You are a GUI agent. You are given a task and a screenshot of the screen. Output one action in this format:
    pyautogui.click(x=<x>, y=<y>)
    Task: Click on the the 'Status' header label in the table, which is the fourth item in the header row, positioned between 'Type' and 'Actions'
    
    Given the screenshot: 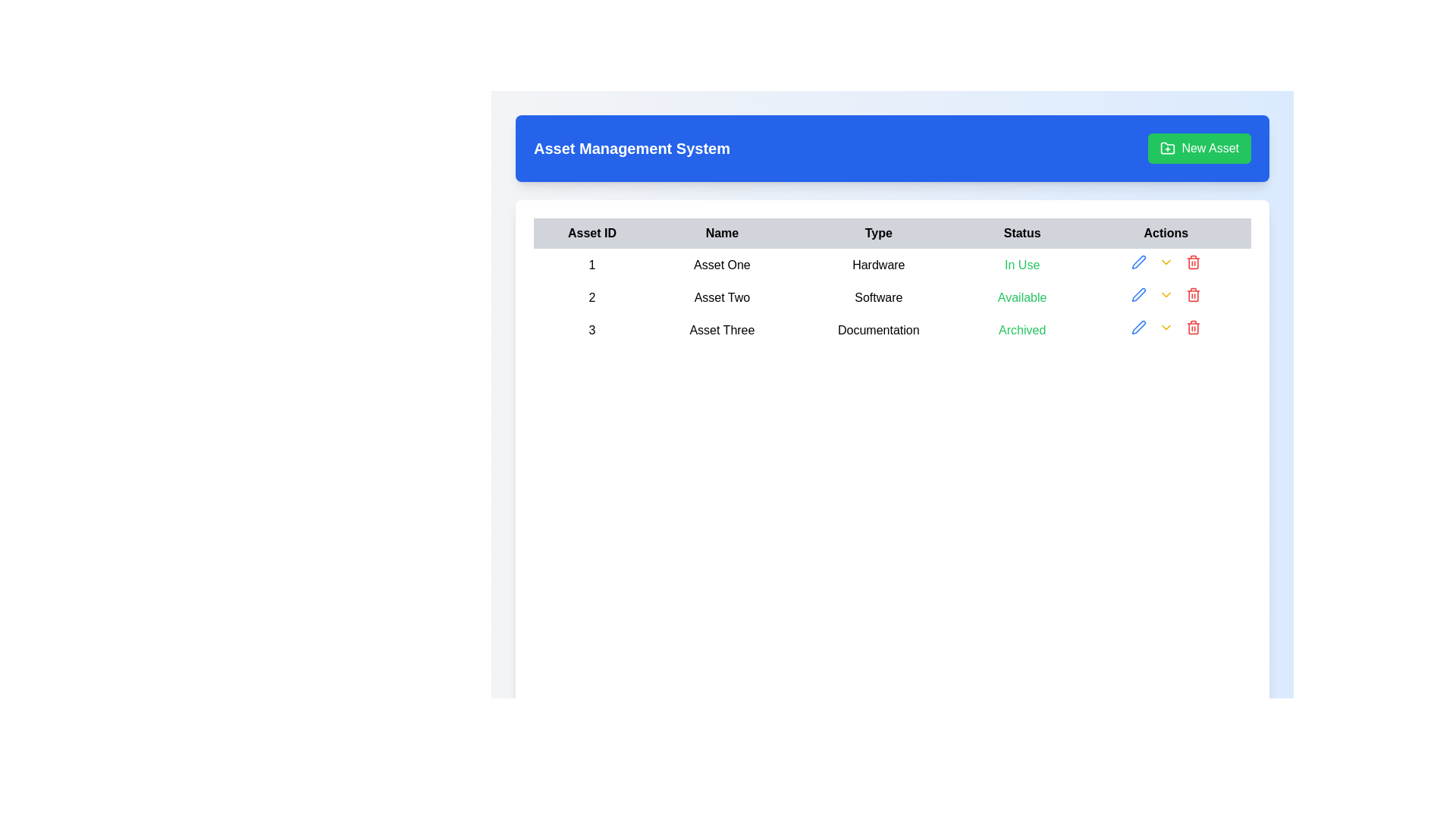 What is the action you would take?
    pyautogui.click(x=1022, y=234)
    